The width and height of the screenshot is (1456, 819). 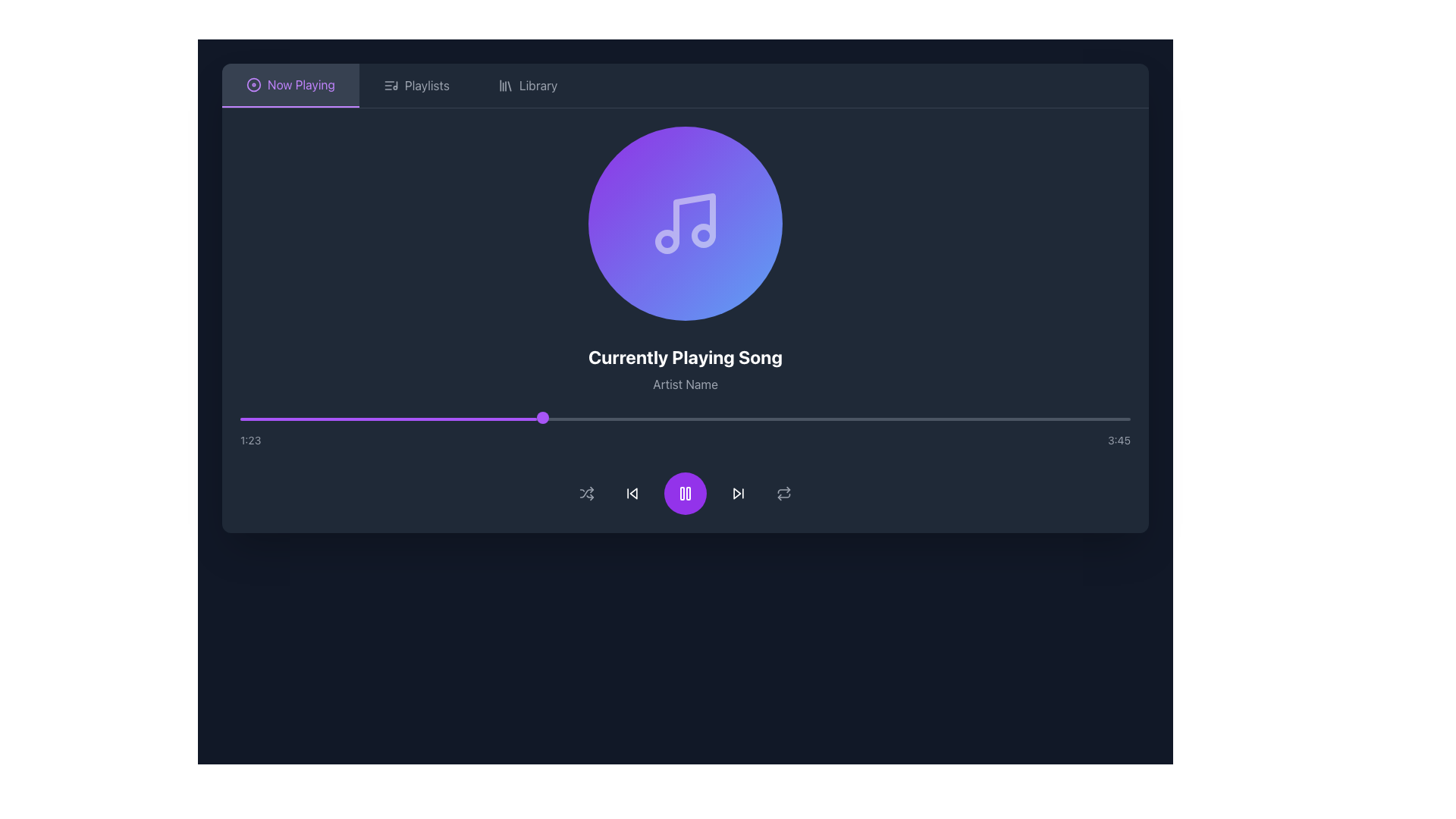 What do you see at coordinates (254, 84) in the screenshot?
I see `the graphical circle component that visually enhances the media playback feature adjacent to the 'Now Playing' text in the header navigation bar` at bounding box center [254, 84].